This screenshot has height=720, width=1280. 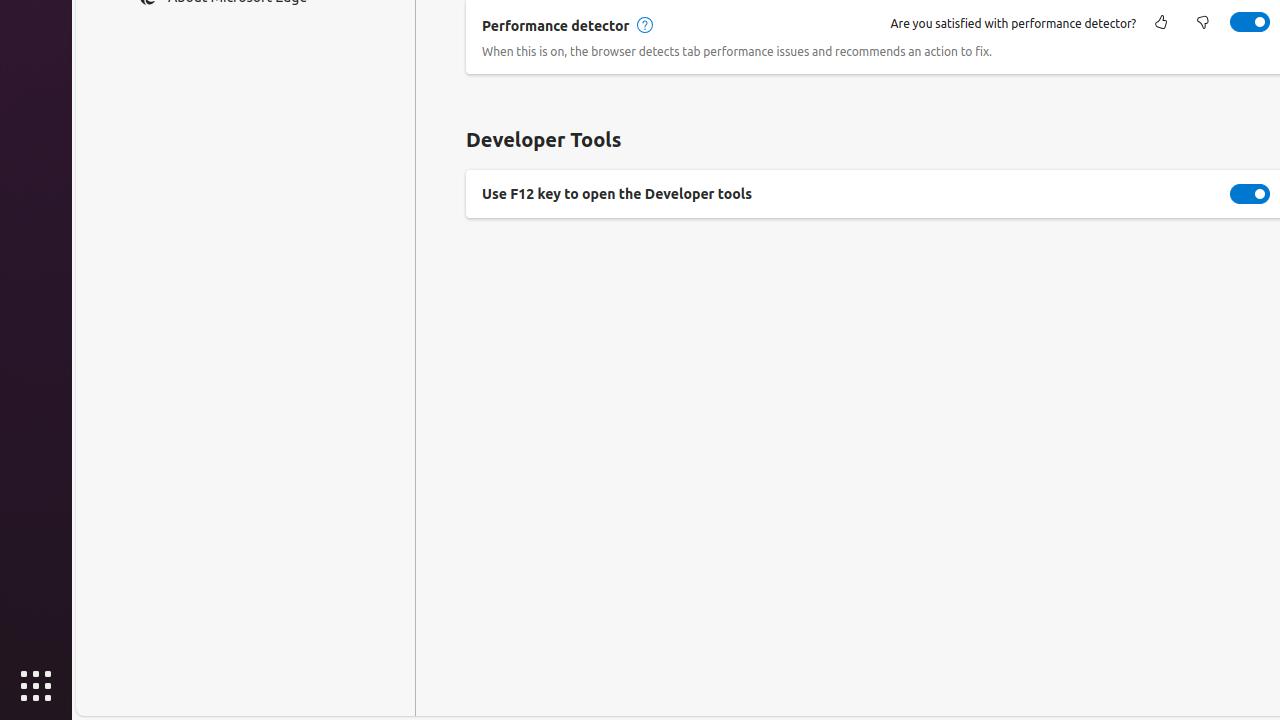 What do you see at coordinates (643, 25) in the screenshot?
I see `'Performance detector, learn more'` at bounding box center [643, 25].